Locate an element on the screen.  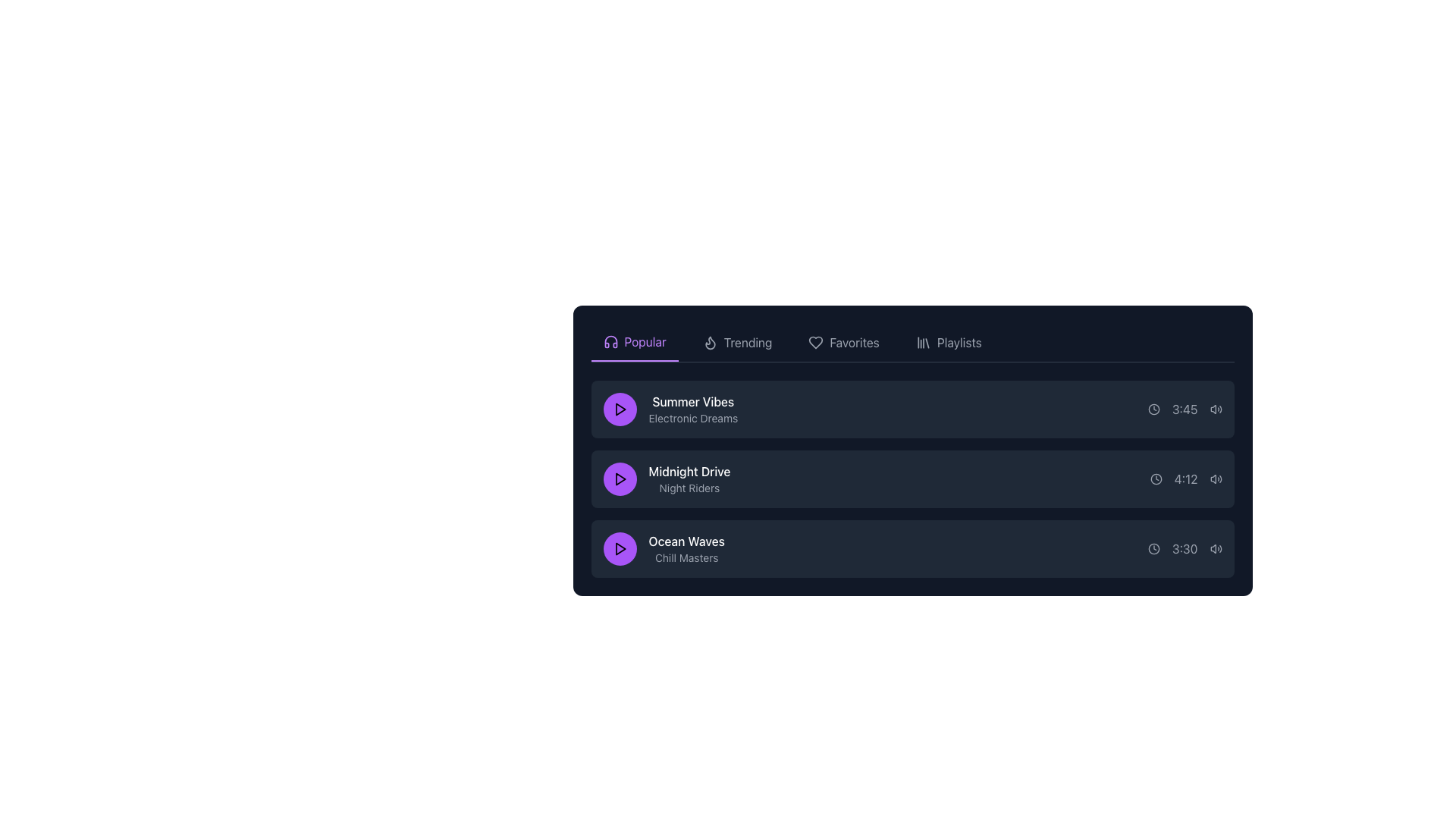
the 'Popular' icon located to the left of the 'Popular' text in the tab header is located at coordinates (610, 342).